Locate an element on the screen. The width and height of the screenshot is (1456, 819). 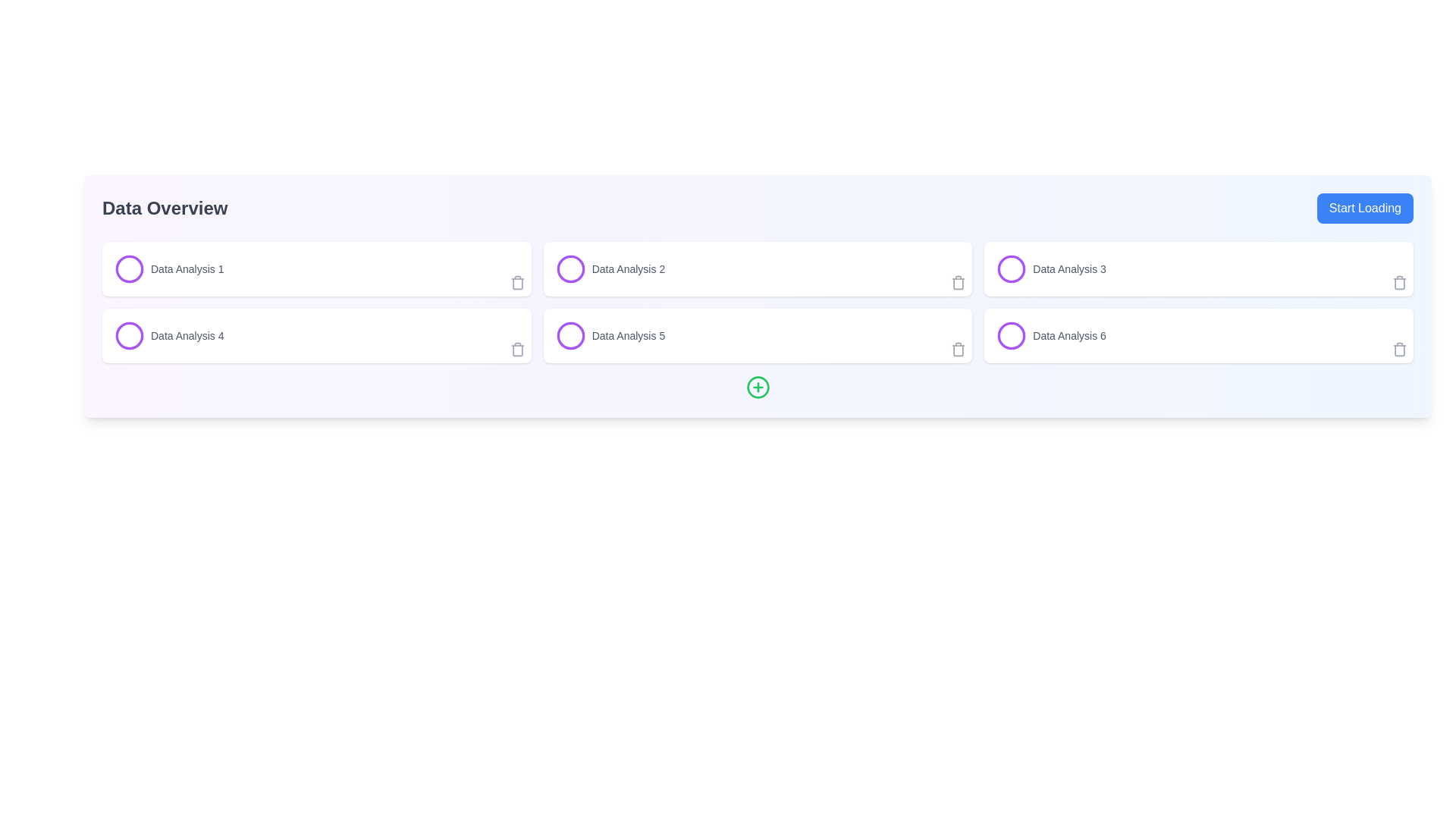
the 'Data Analysis 6' button located is located at coordinates (1050, 335).